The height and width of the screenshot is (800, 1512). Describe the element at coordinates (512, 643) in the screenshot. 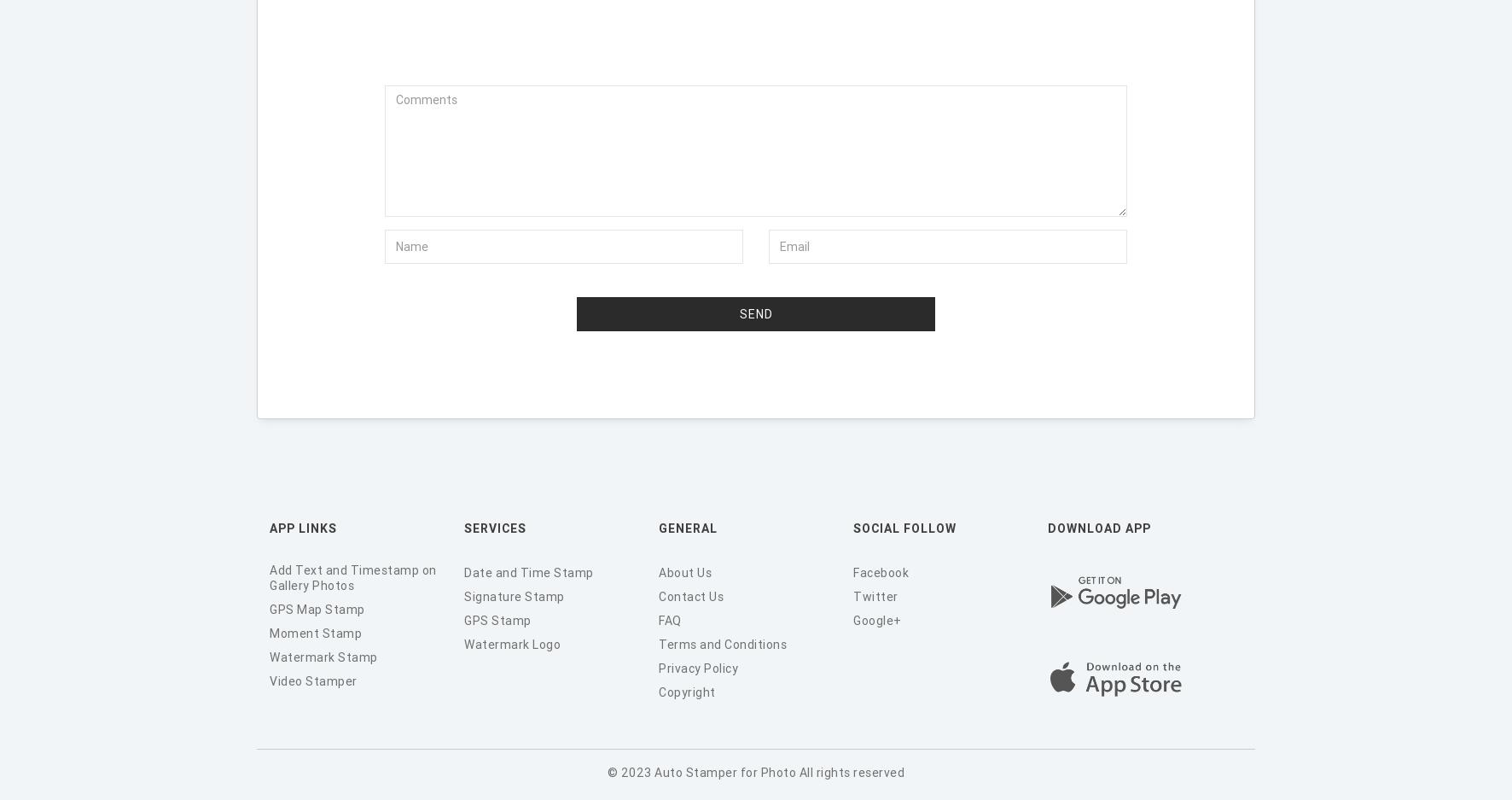

I see `'Watermark Logo'` at that location.